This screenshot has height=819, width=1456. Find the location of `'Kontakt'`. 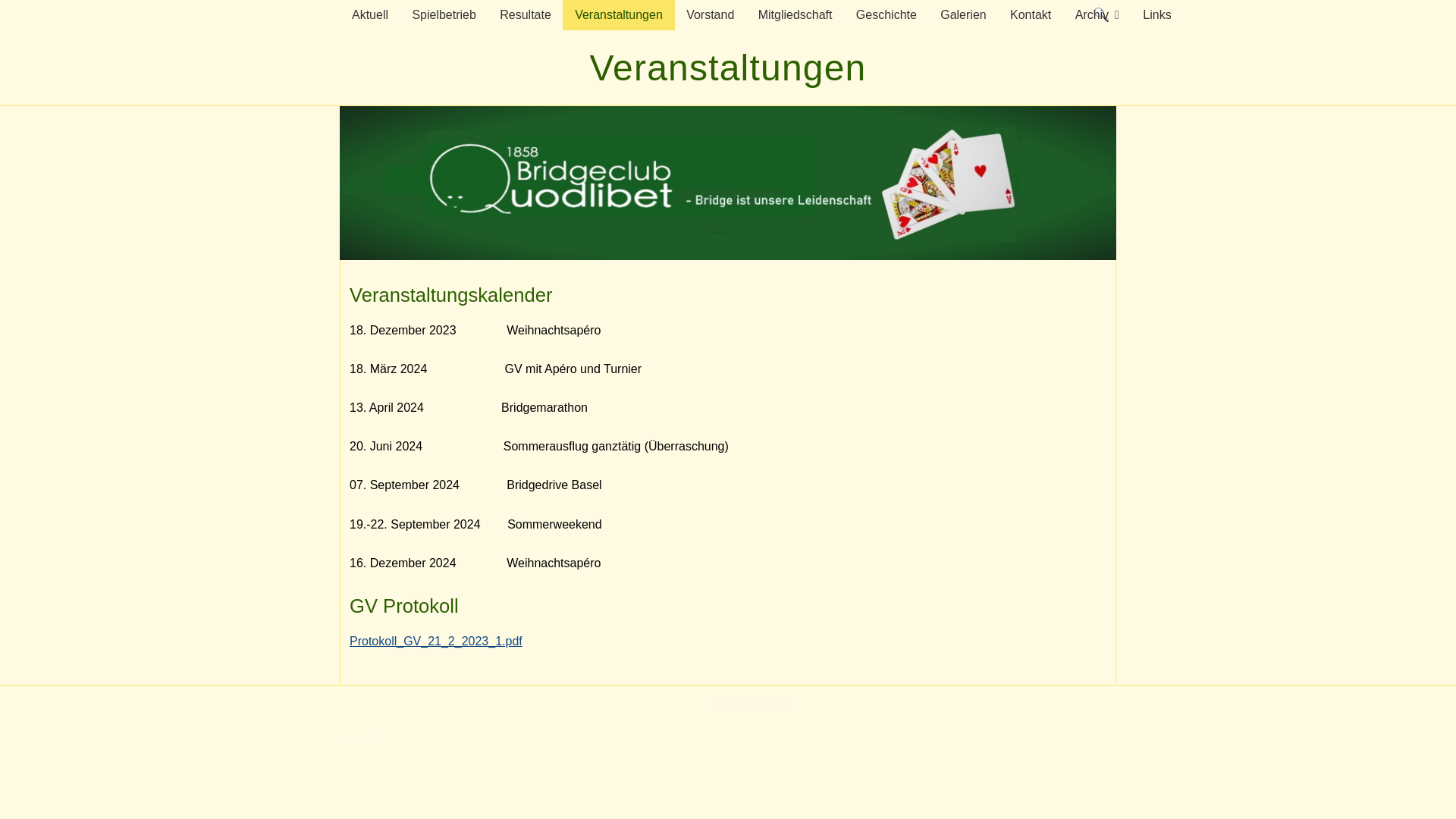

'Kontakt' is located at coordinates (1030, 14).